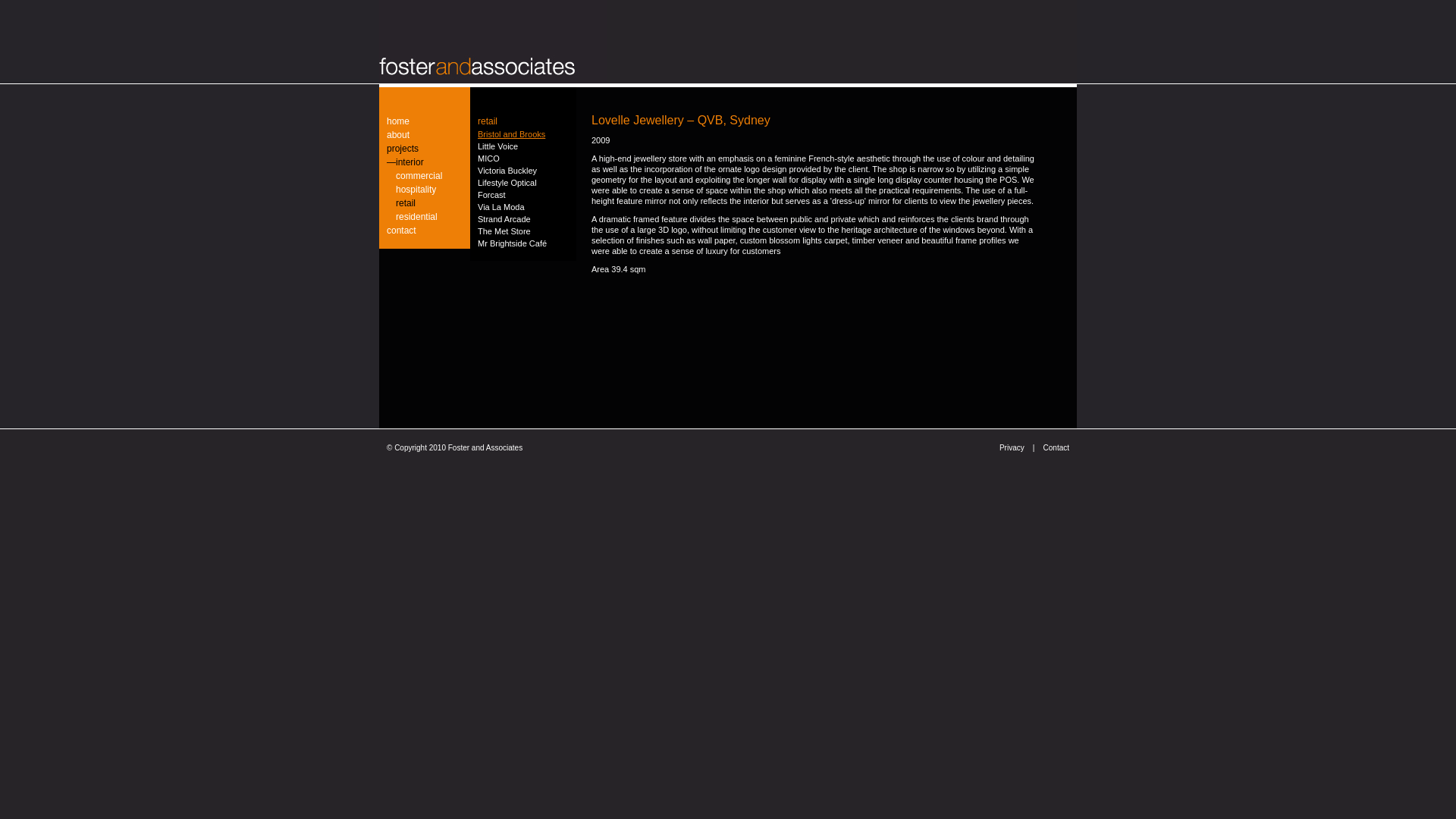 This screenshot has height=819, width=1456. I want to click on 'Via La Moda', so click(523, 207).